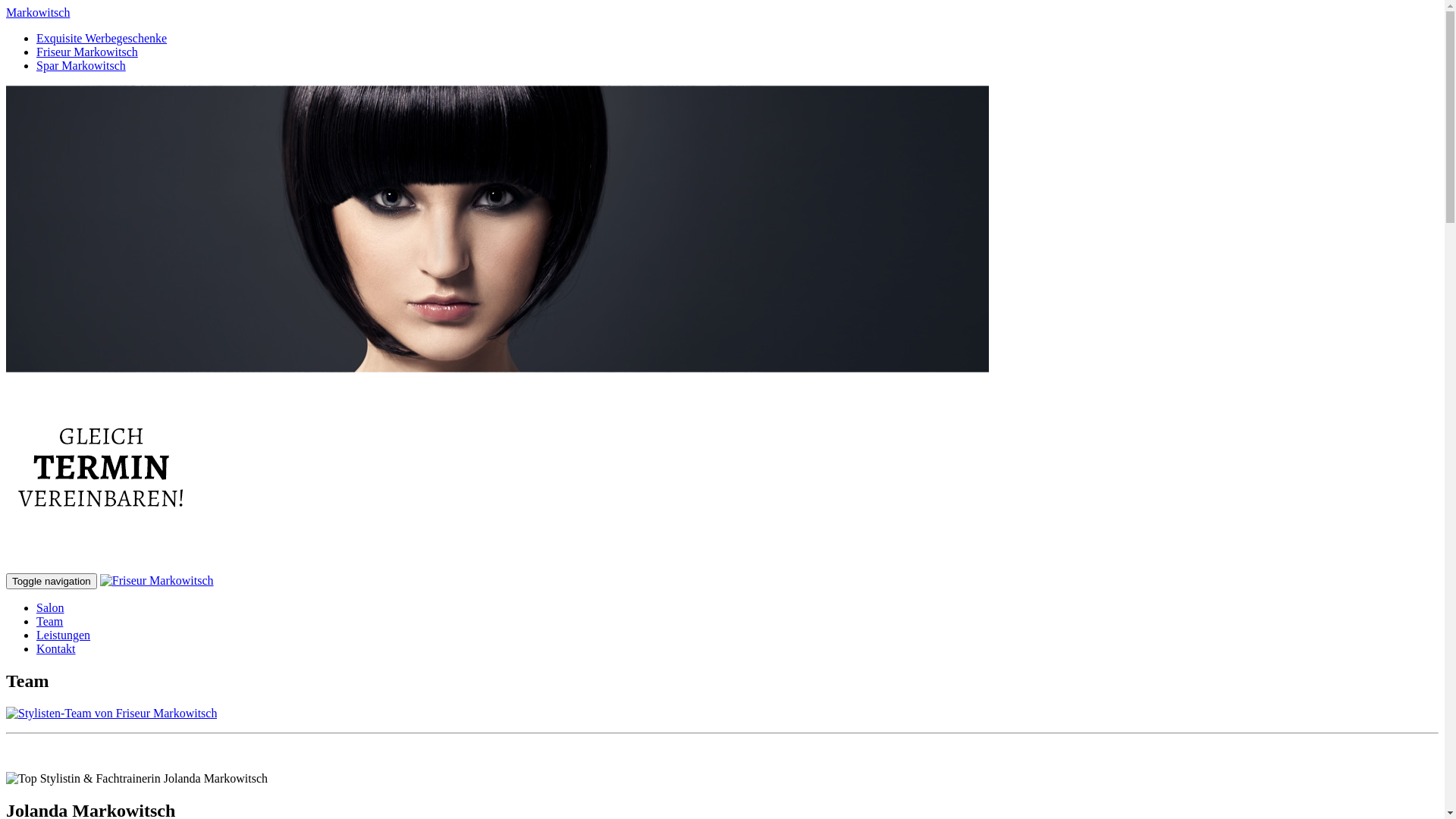 The image size is (1456, 819). Describe the element at coordinates (101, 37) in the screenshot. I see `'Exquisite Werbegeschenke'` at that location.